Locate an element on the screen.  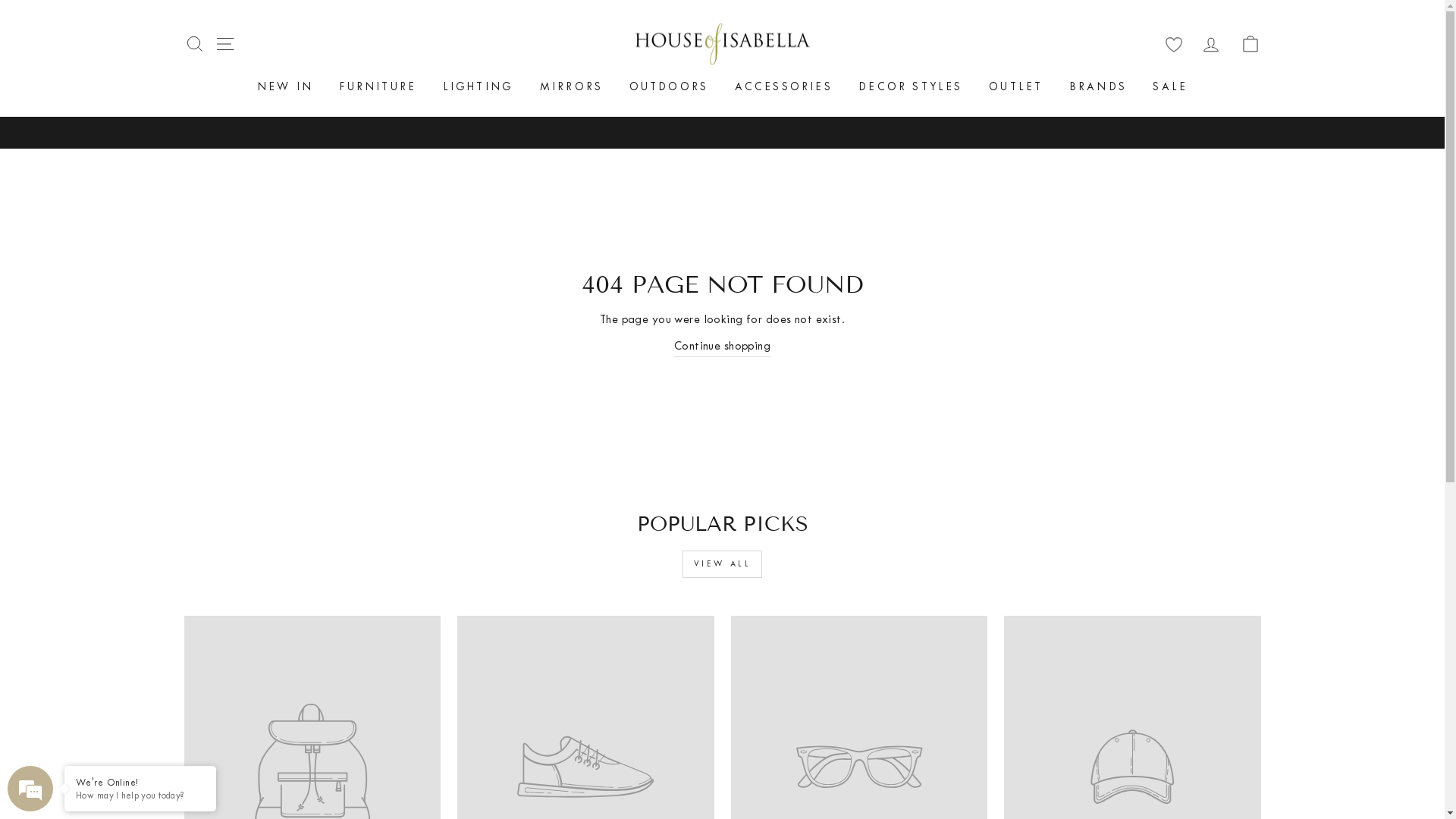
'LOG IN' is located at coordinates (1210, 42).